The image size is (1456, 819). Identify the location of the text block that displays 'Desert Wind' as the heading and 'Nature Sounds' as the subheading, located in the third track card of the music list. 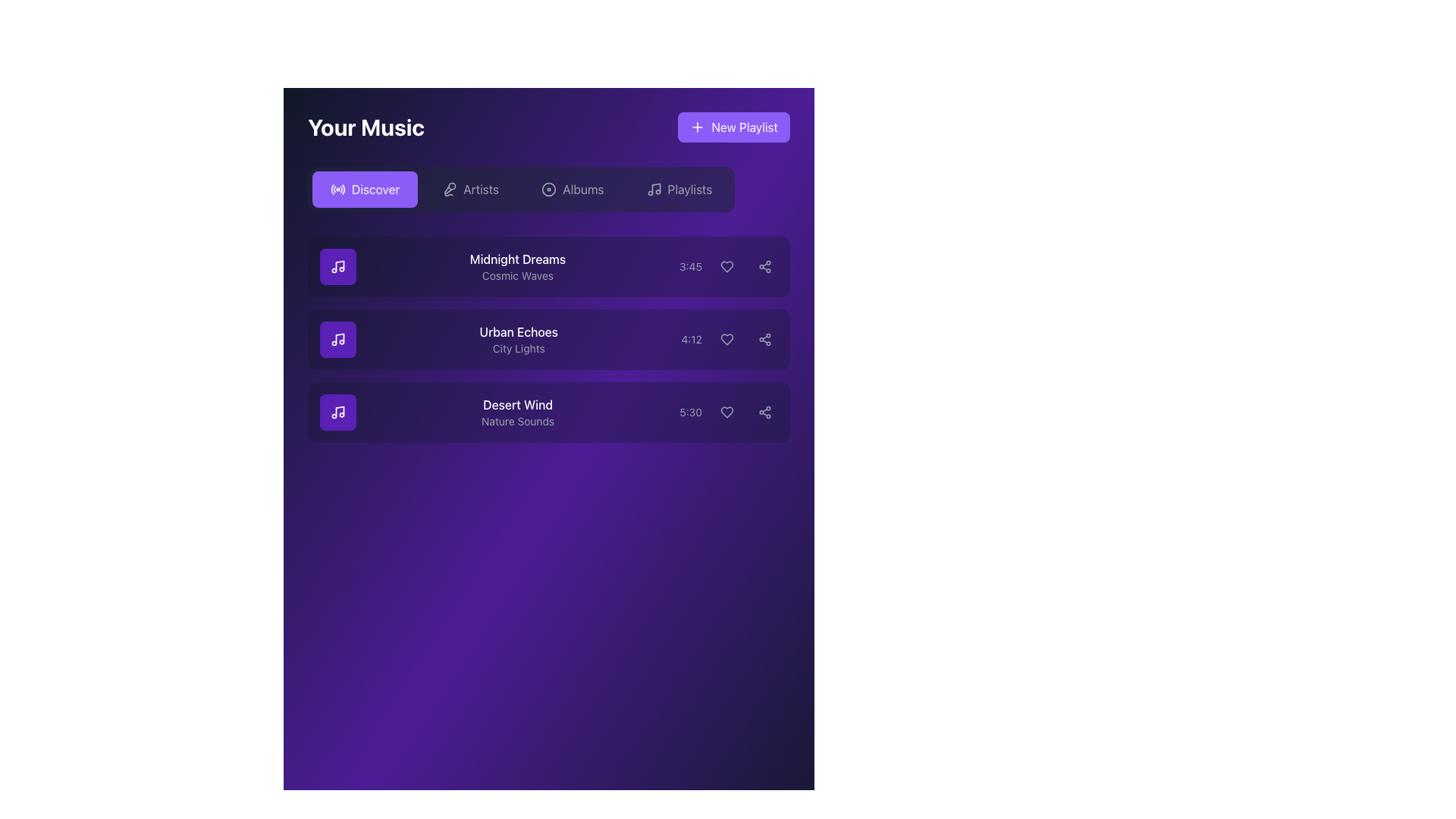
(548, 412).